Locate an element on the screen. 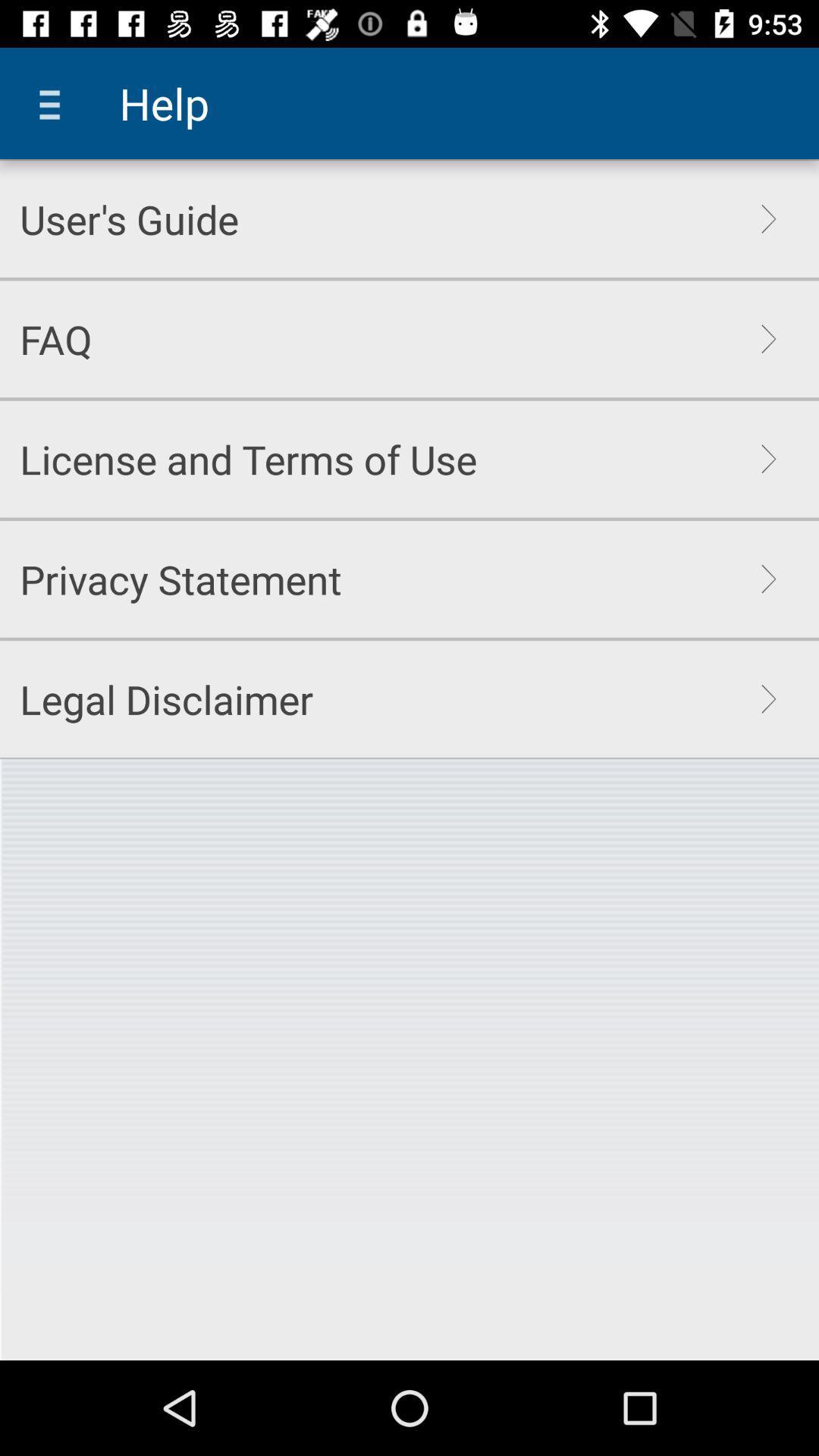 The image size is (819, 1456). the faq icon is located at coordinates (55, 338).